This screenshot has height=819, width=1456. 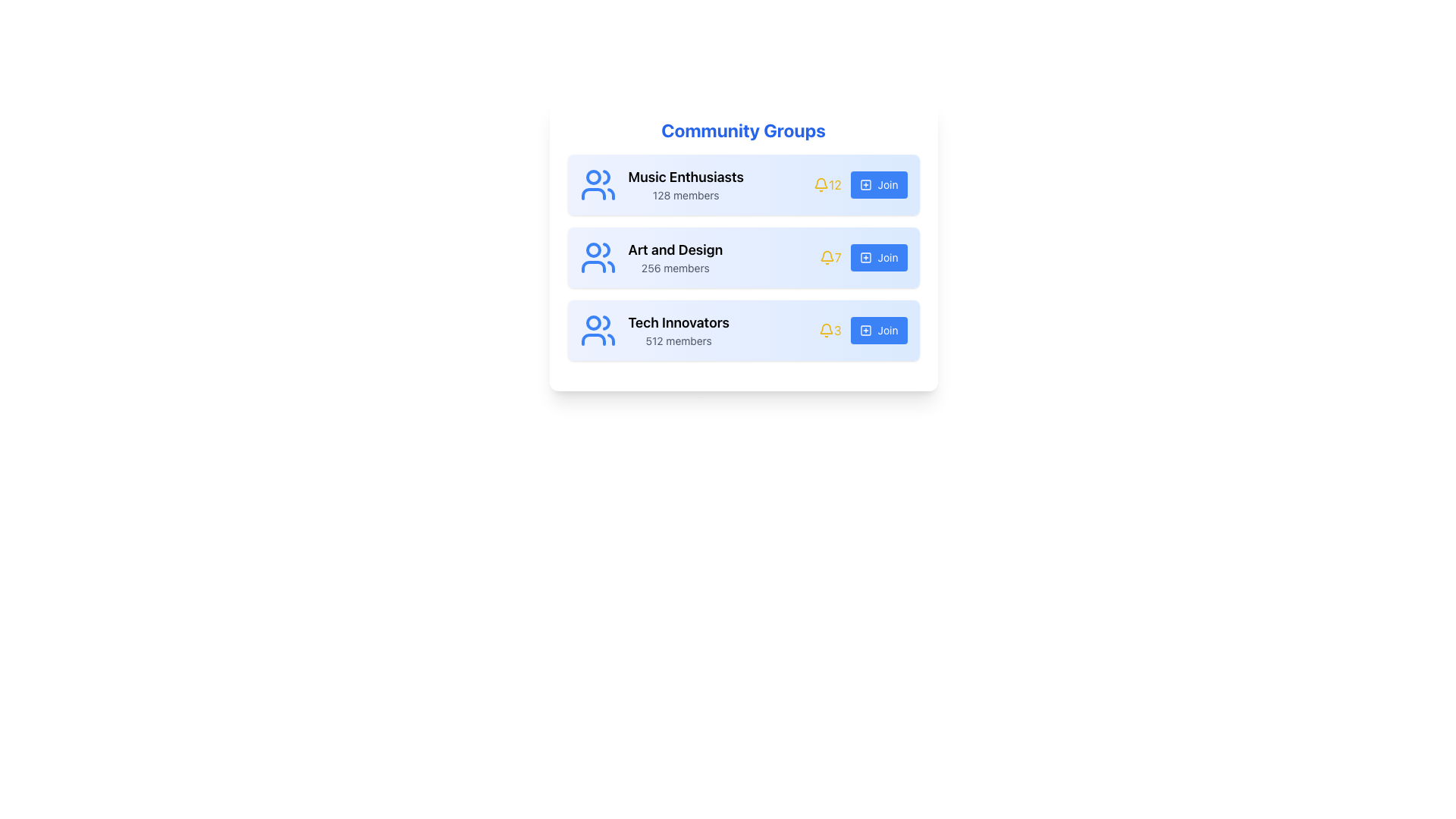 I want to click on the light blue icon depicting a group of people located next to the 'Art and Design' text, so click(x=597, y=256).